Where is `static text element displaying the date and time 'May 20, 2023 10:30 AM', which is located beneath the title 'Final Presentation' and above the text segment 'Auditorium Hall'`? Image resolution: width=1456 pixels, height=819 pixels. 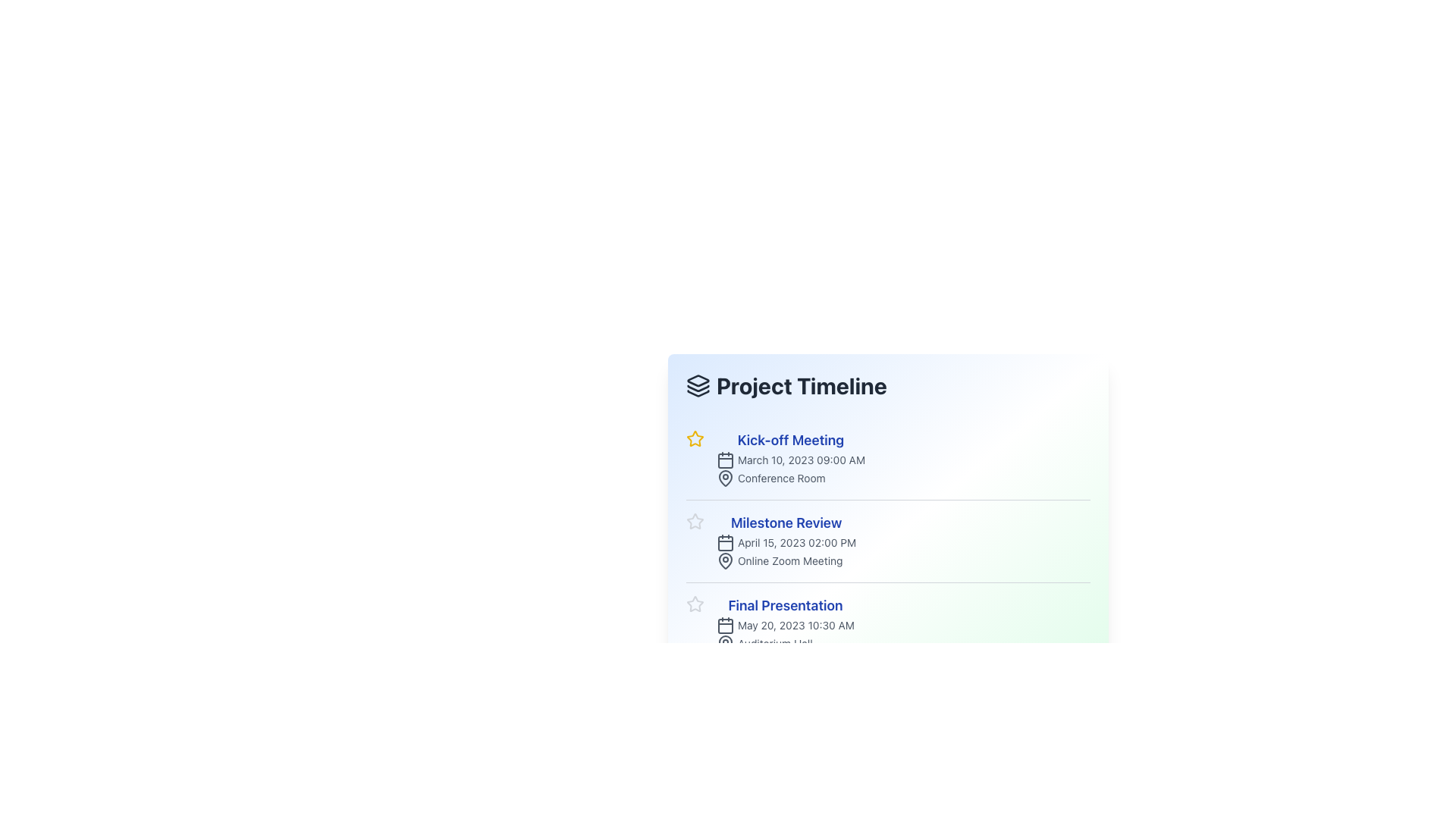
static text element displaying the date and time 'May 20, 2023 10:30 AM', which is located beneath the title 'Final Presentation' and above the text segment 'Auditorium Hall' is located at coordinates (786, 626).